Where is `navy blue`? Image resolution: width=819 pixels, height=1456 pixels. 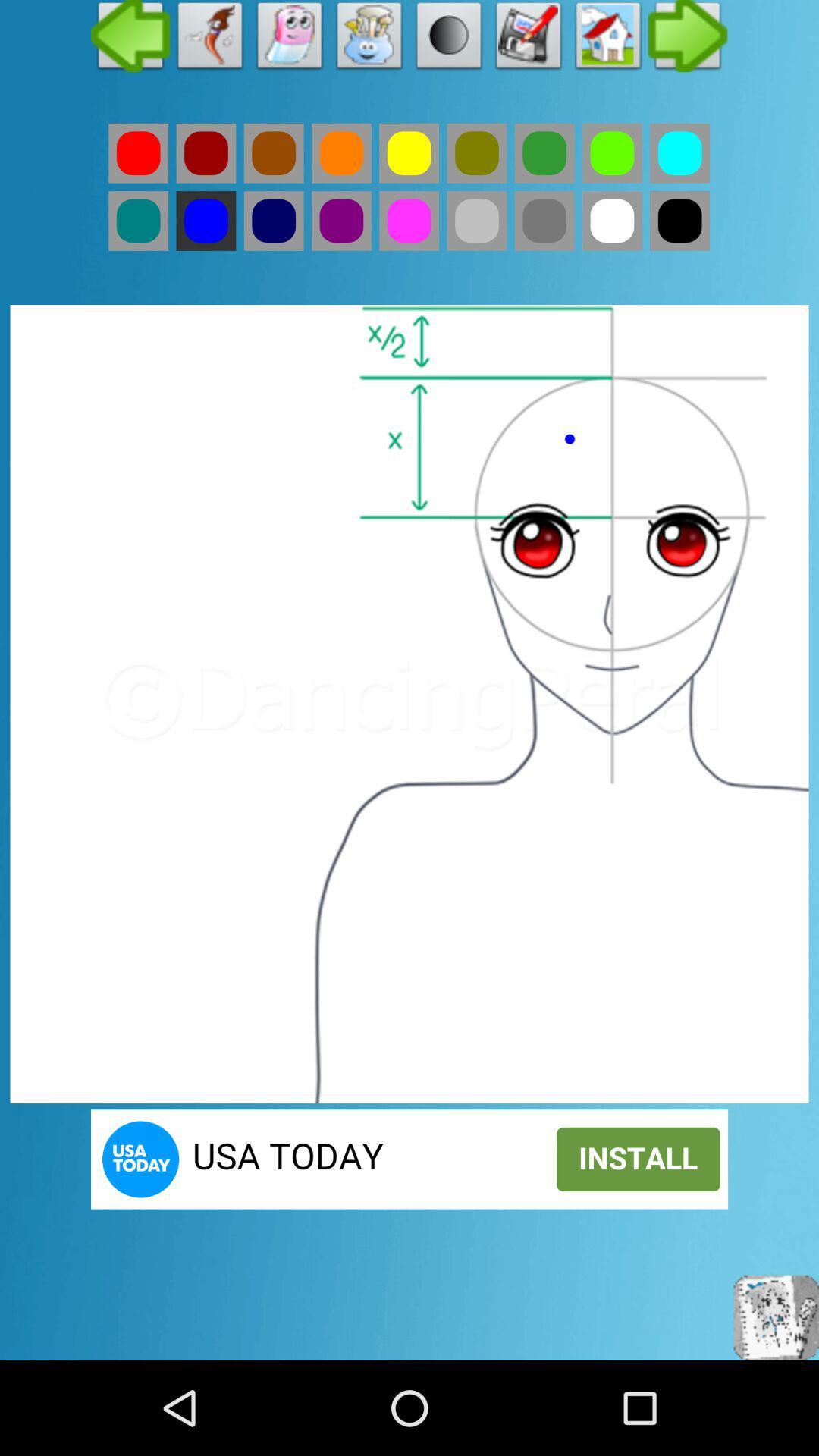
navy blue is located at coordinates (274, 220).